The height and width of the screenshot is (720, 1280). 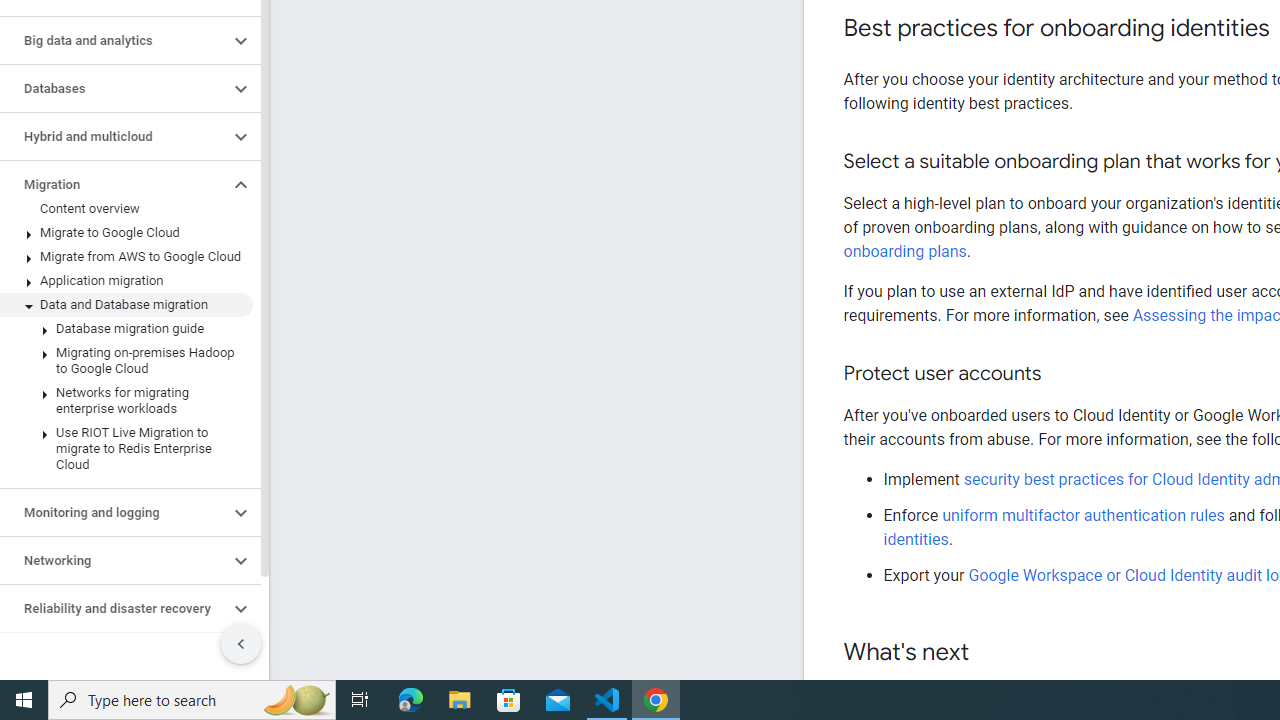 I want to click on 'Copy link to this section: What', so click(x=989, y=653).